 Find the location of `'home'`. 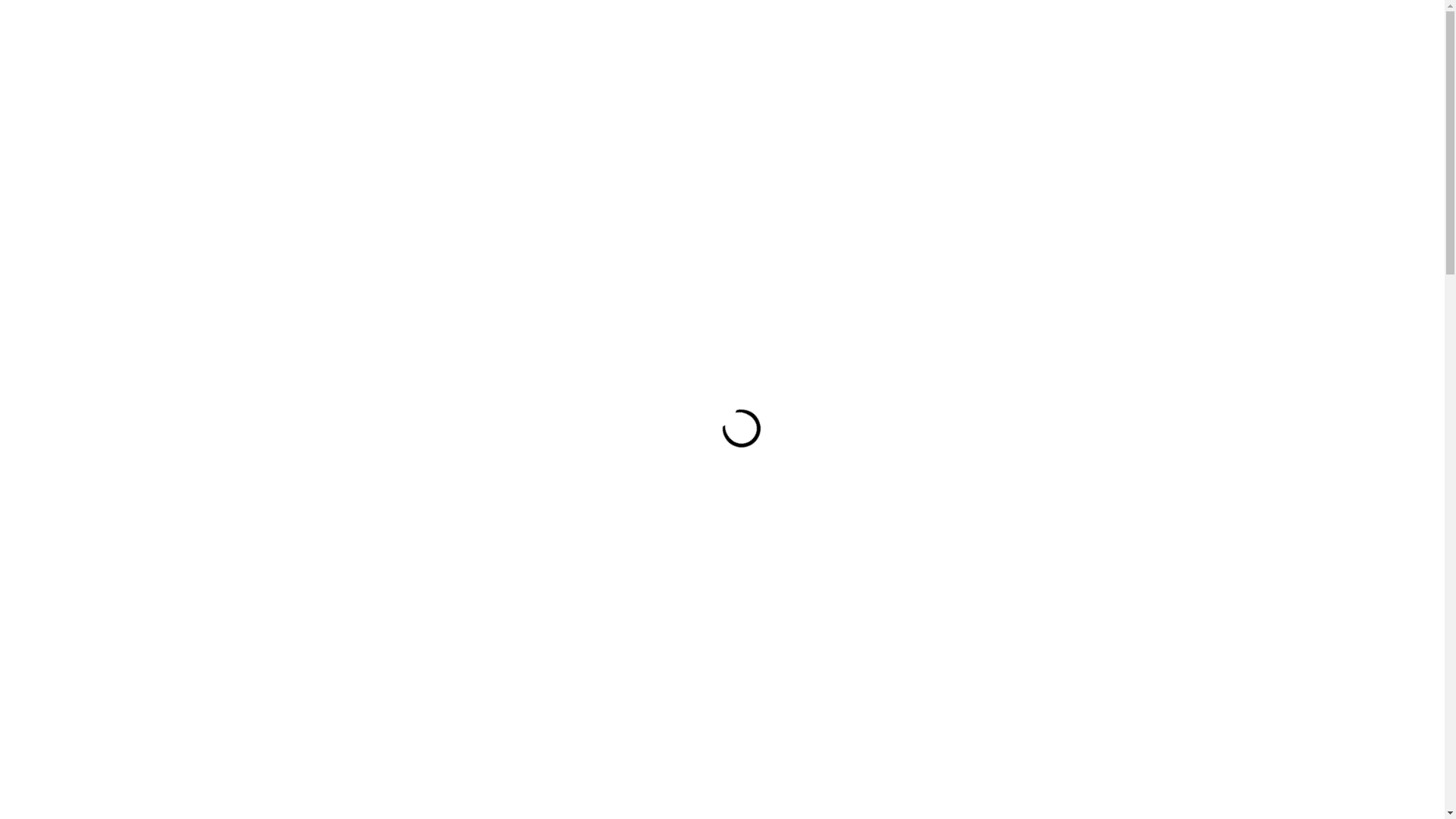

'home' is located at coordinates (392, 52).